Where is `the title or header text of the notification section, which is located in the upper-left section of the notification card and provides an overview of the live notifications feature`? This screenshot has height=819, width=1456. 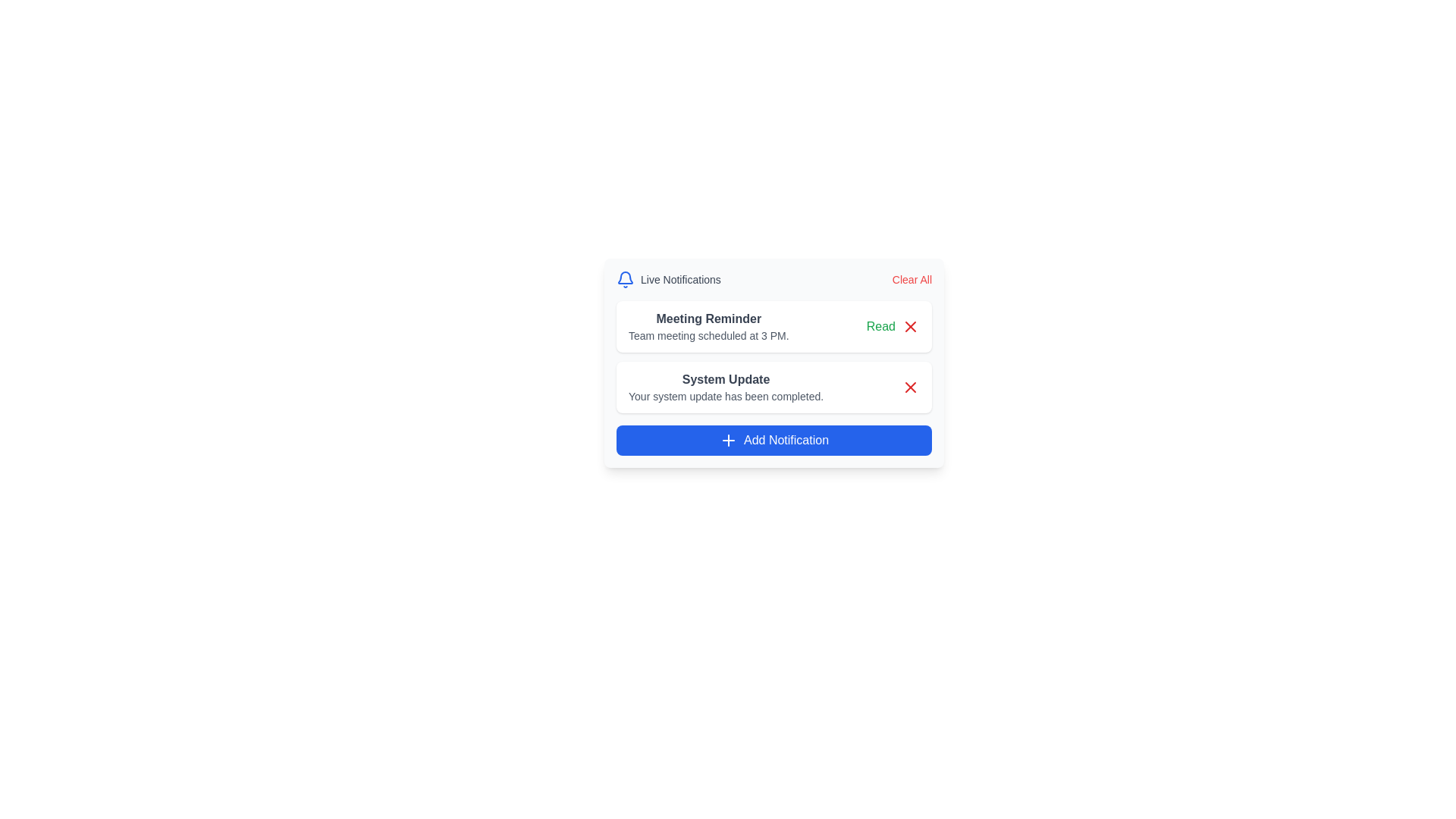
the title or header text of the notification section, which is located in the upper-left section of the notification card and provides an overview of the live notifications feature is located at coordinates (667, 280).